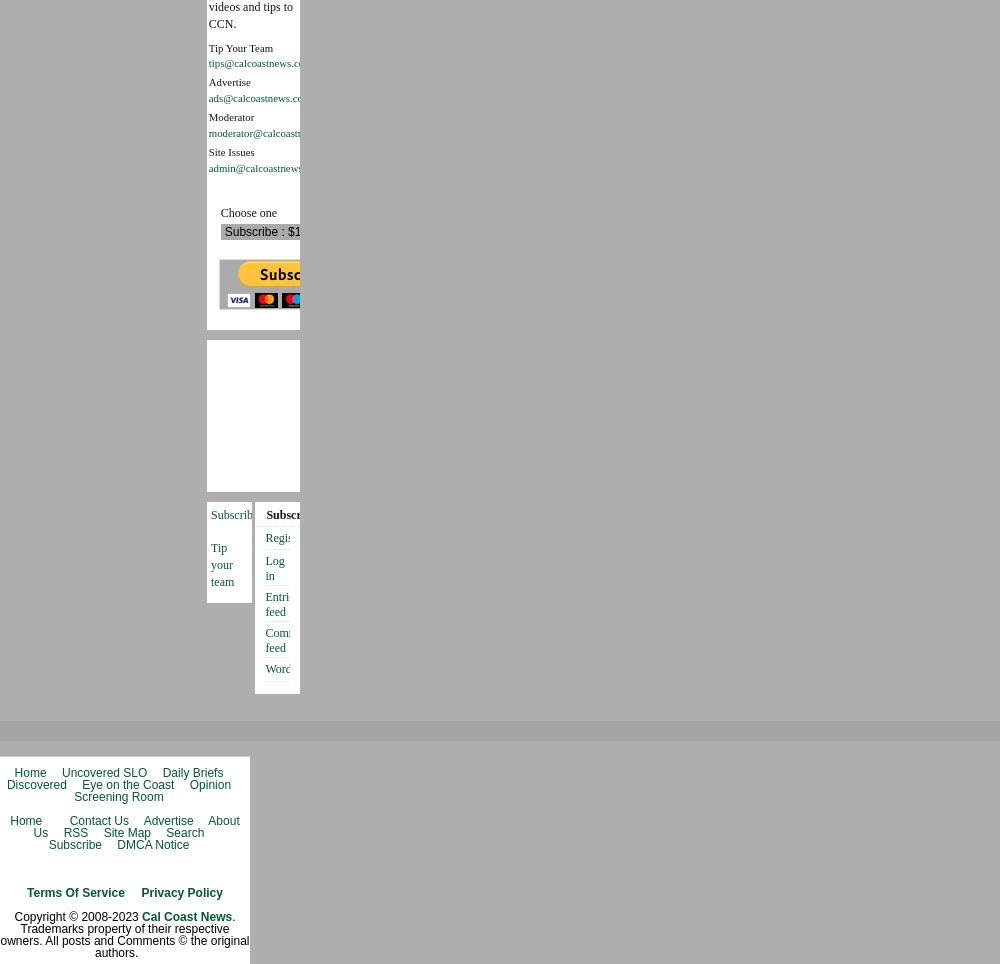 Image resolution: width=1000 pixels, height=964 pixels. Describe the element at coordinates (117, 795) in the screenshot. I see `'Screening Room'` at that location.